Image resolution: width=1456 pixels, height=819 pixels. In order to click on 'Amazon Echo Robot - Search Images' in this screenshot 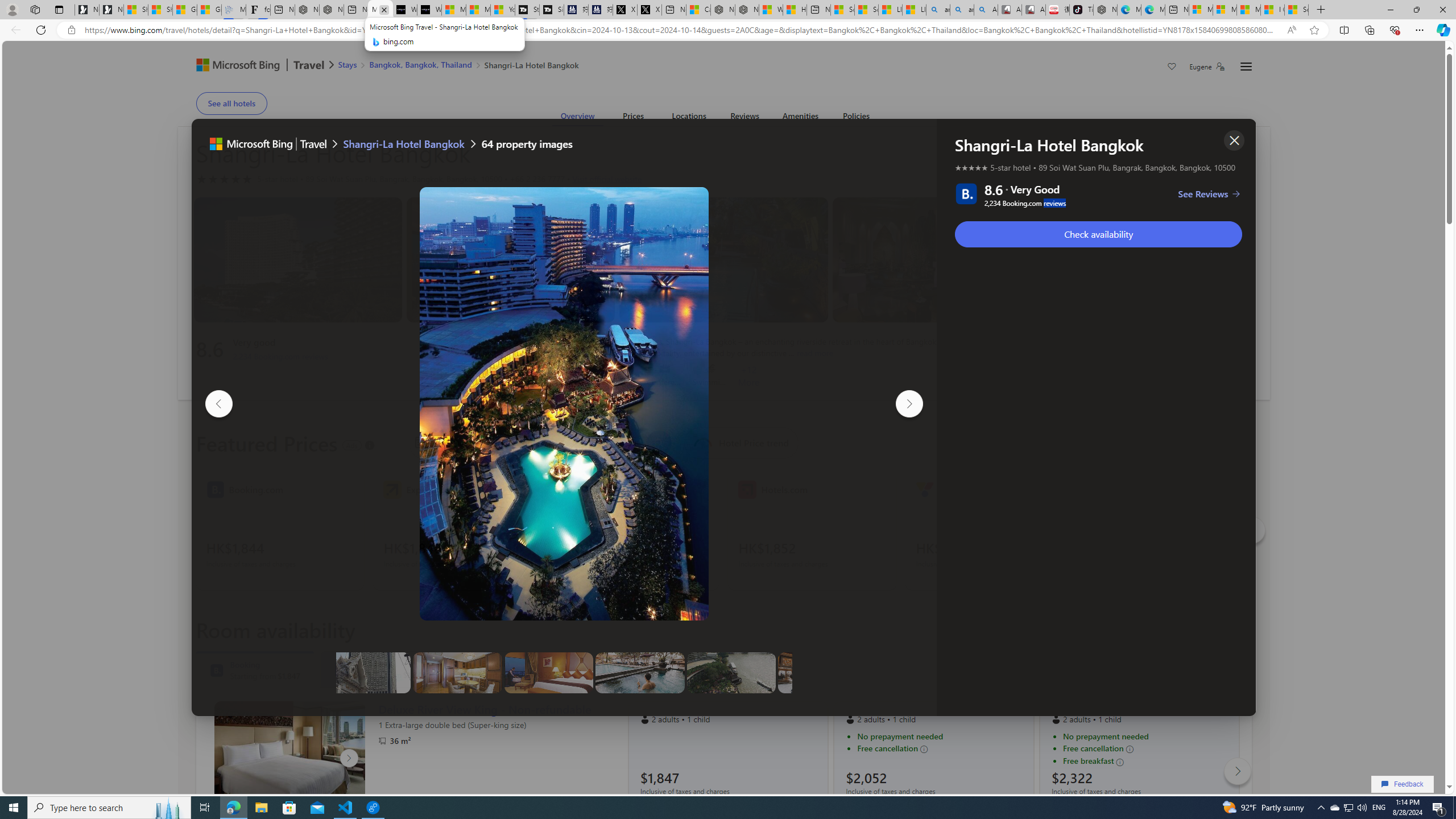, I will do `click(986, 9)`.